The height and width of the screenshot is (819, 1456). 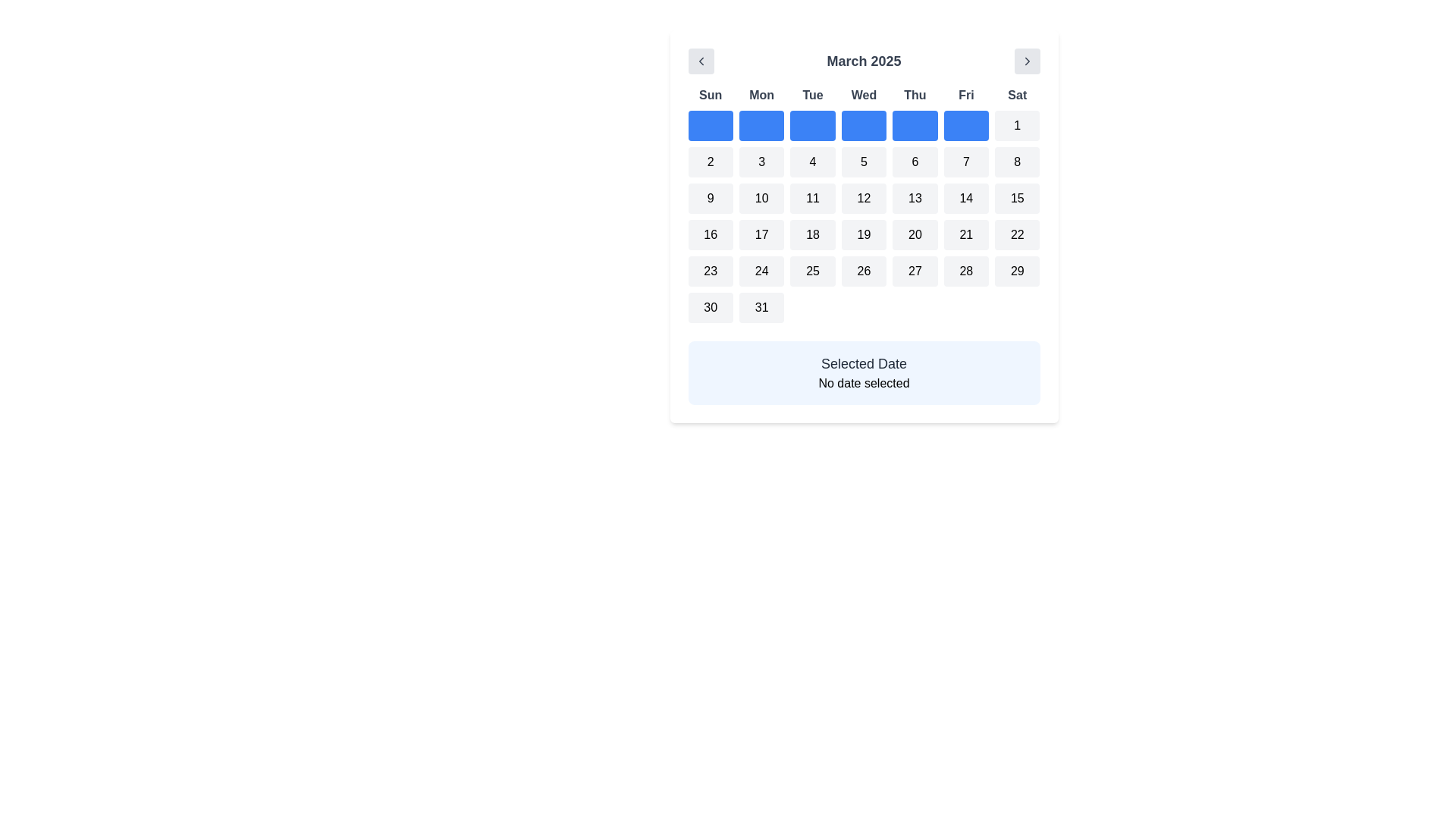 What do you see at coordinates (1027, 61) in the screenshot?
I see `the rightward-facing chevron icon located at the top-right corner of the calendar interface` at bounding box center [1027, 61].